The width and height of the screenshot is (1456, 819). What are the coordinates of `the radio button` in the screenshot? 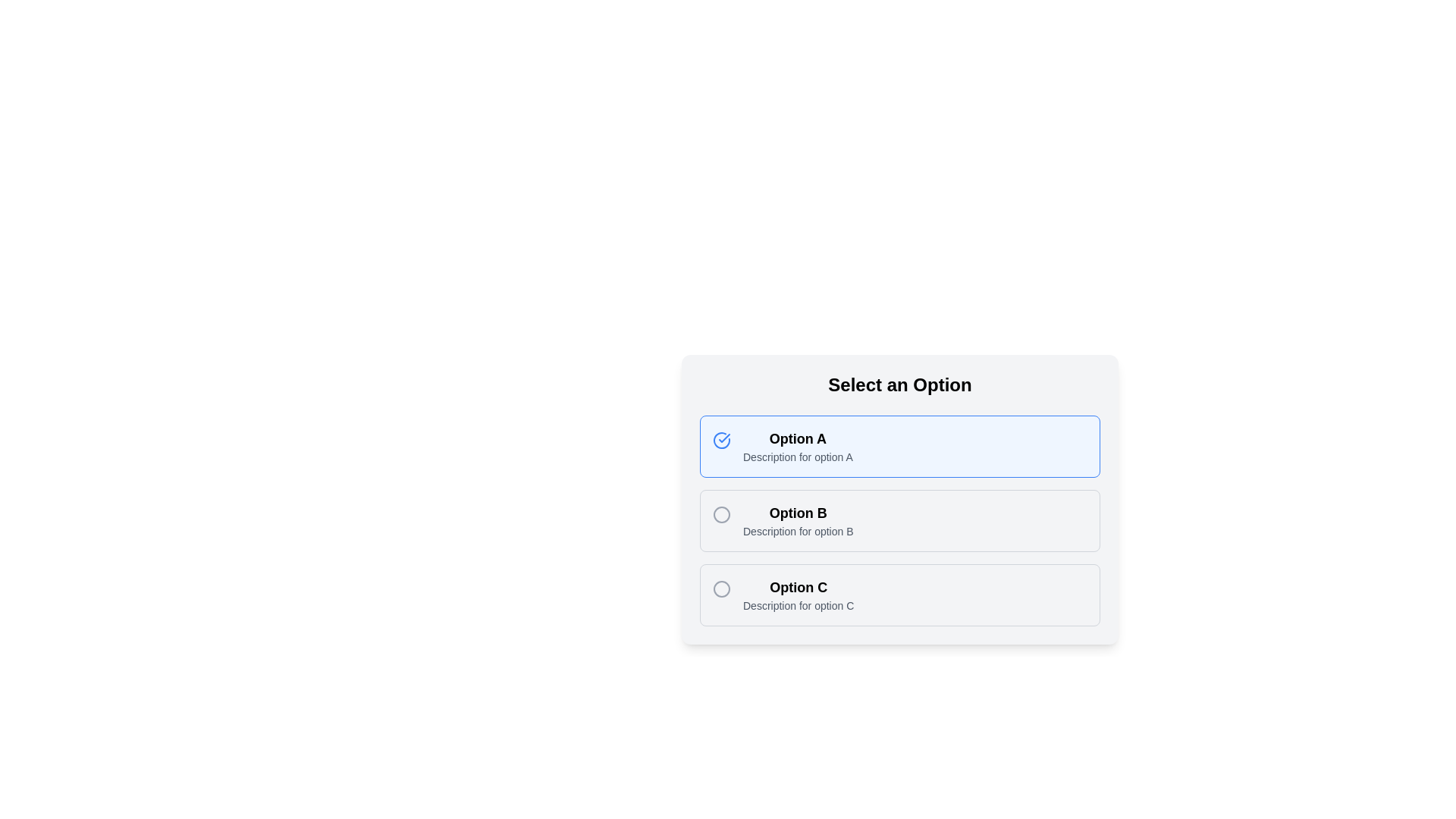 It's located at (720, 588).